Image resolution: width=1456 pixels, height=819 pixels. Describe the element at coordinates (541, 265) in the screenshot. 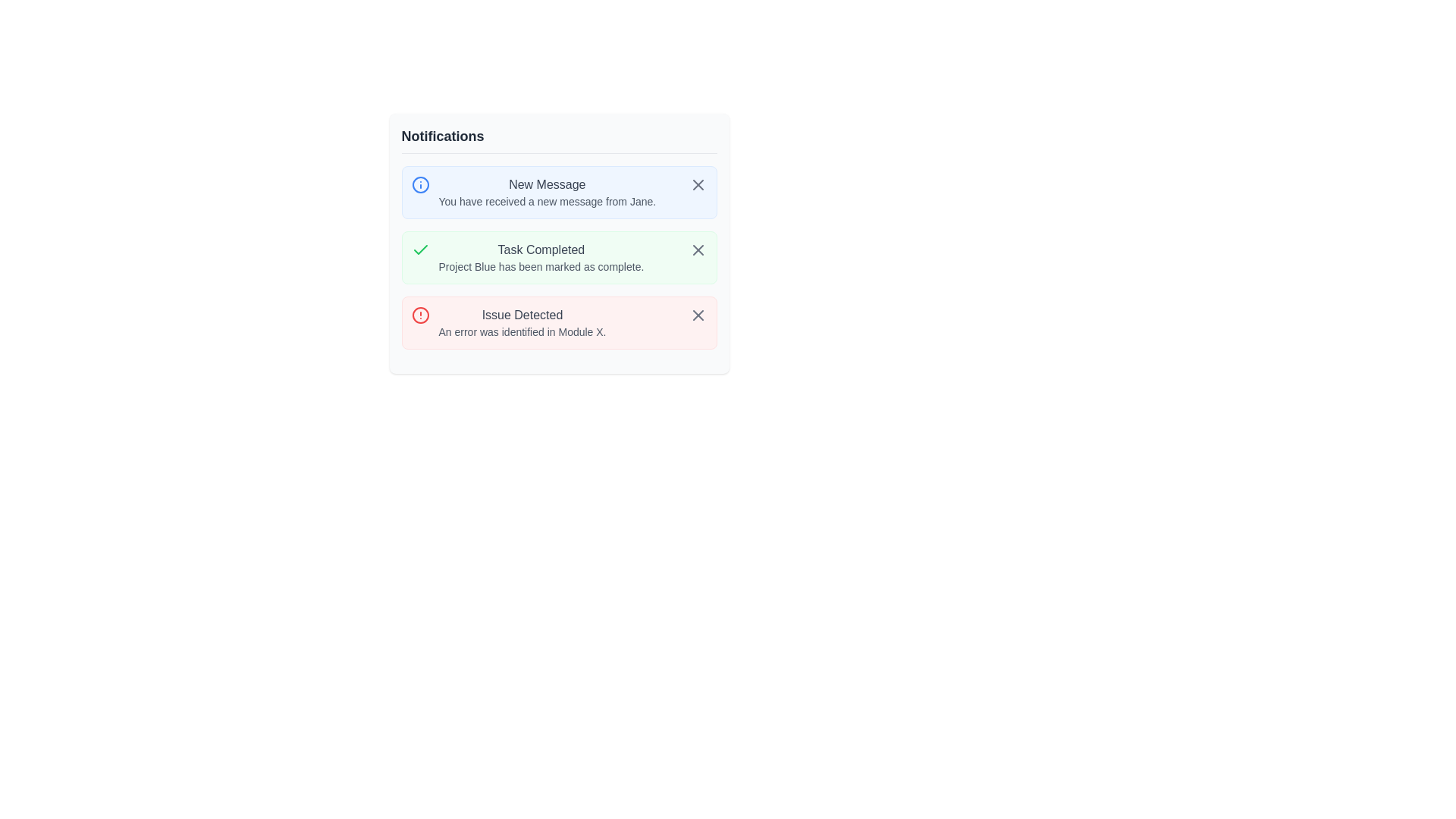

I see `the text label that provides the notification description for 'Project Blue' marked complete, located beneath the 'Task Completed' header in the second notification module` at that location.